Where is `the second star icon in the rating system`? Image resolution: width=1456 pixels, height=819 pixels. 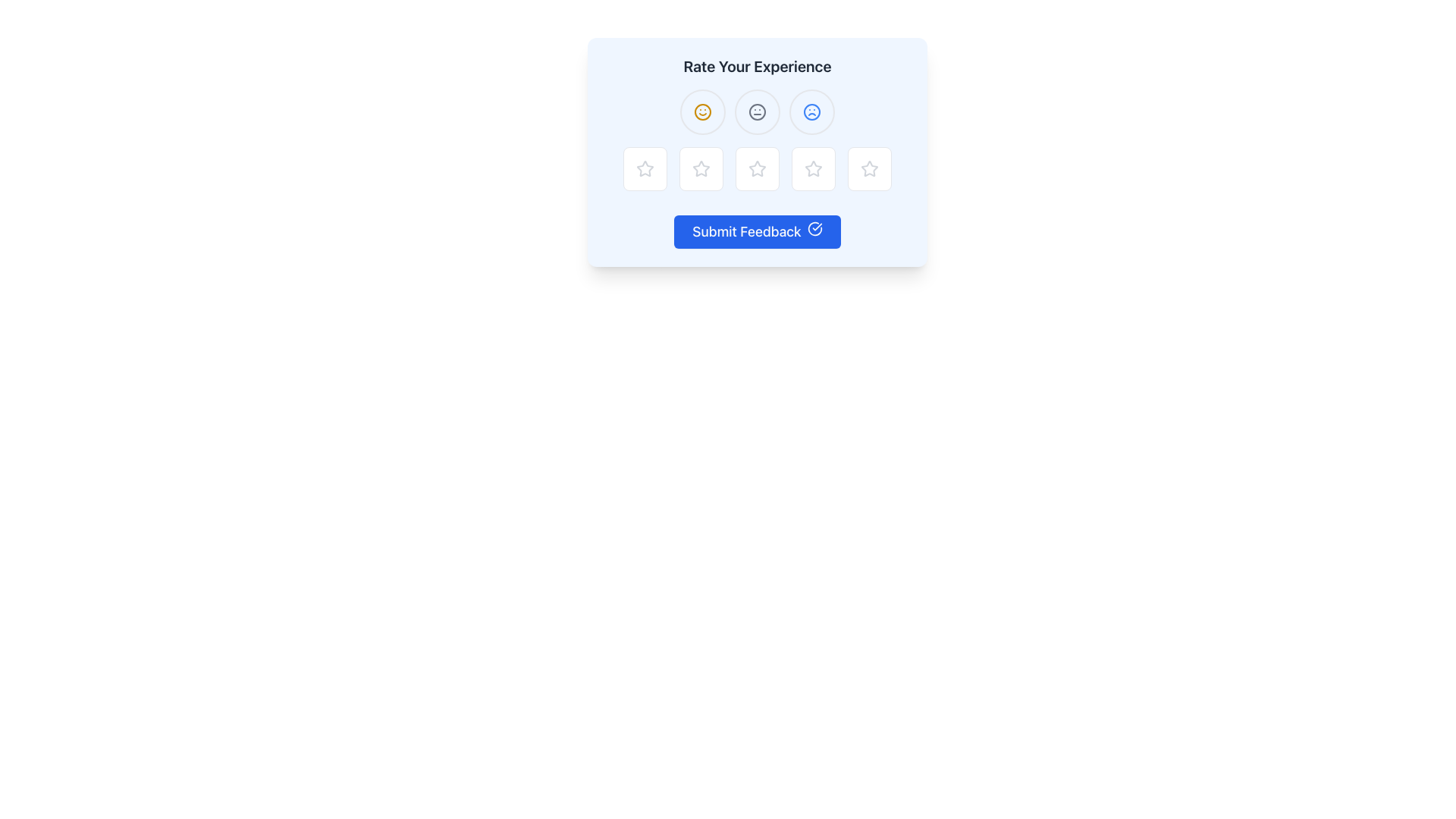 the second star icon in the rating system is located at coordinates (701, 169).